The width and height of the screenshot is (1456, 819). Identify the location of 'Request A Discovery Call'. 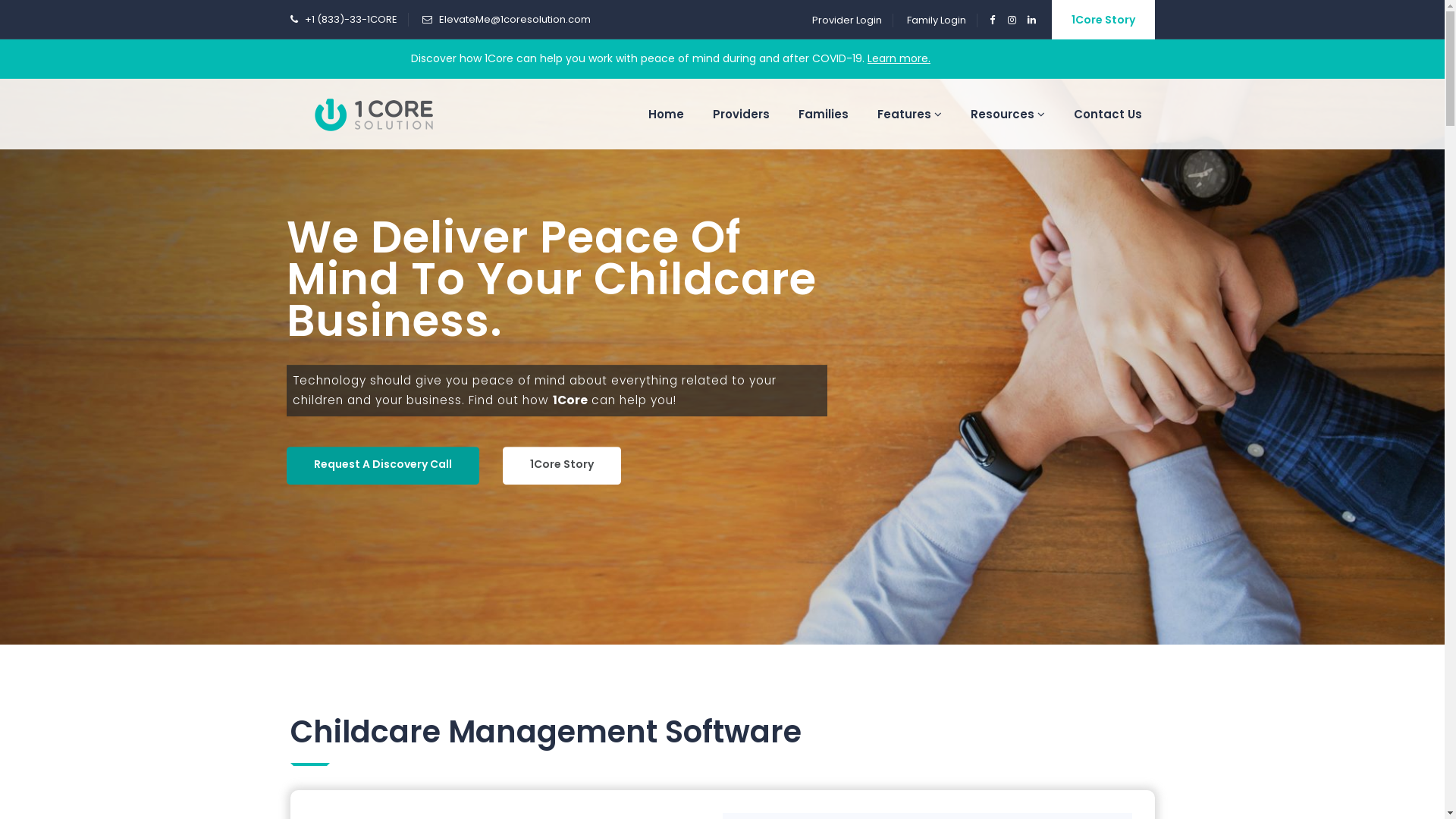
(382, 464).